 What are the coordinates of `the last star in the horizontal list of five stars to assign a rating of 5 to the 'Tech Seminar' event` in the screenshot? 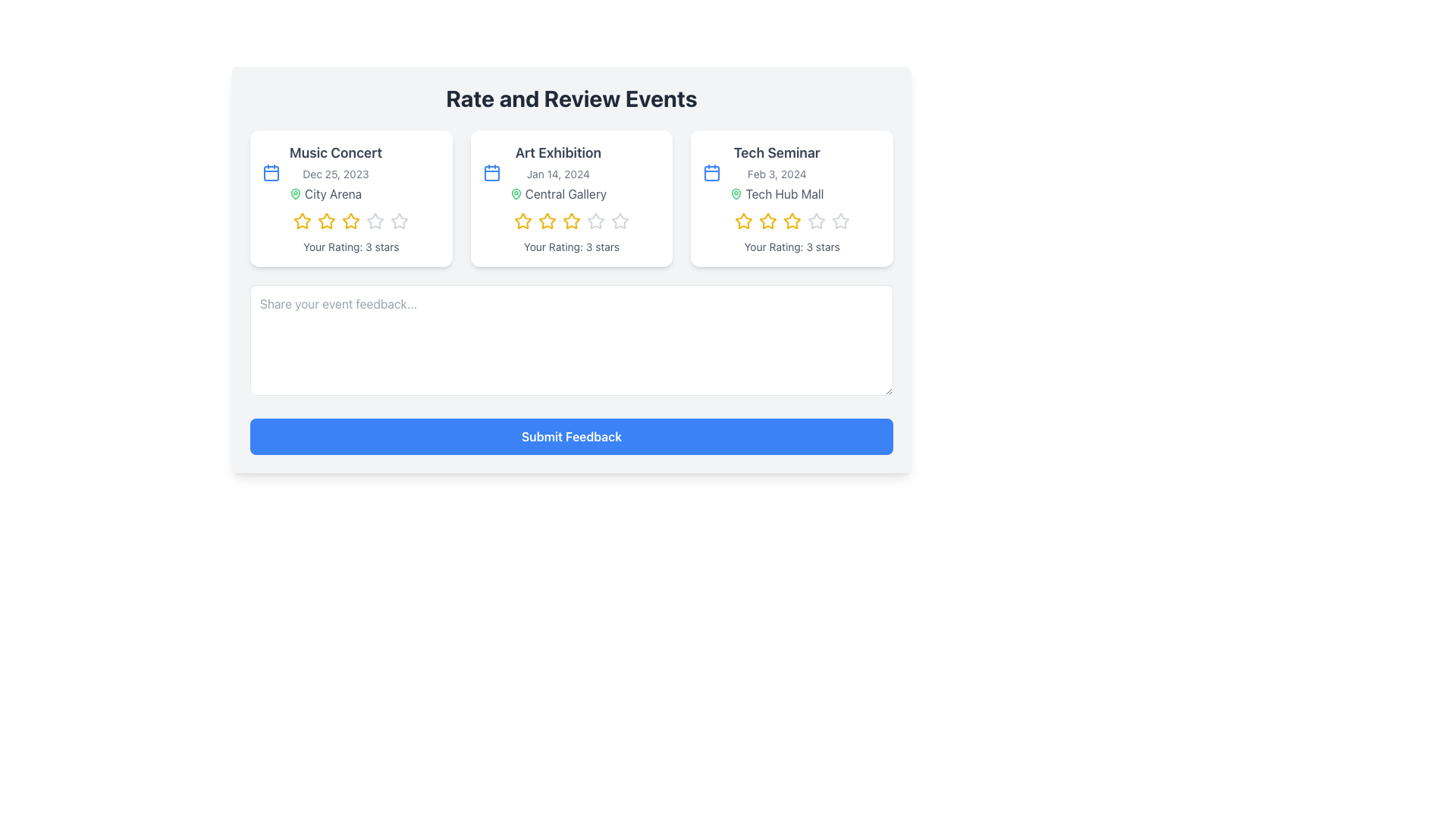 It's located at (839, 221).